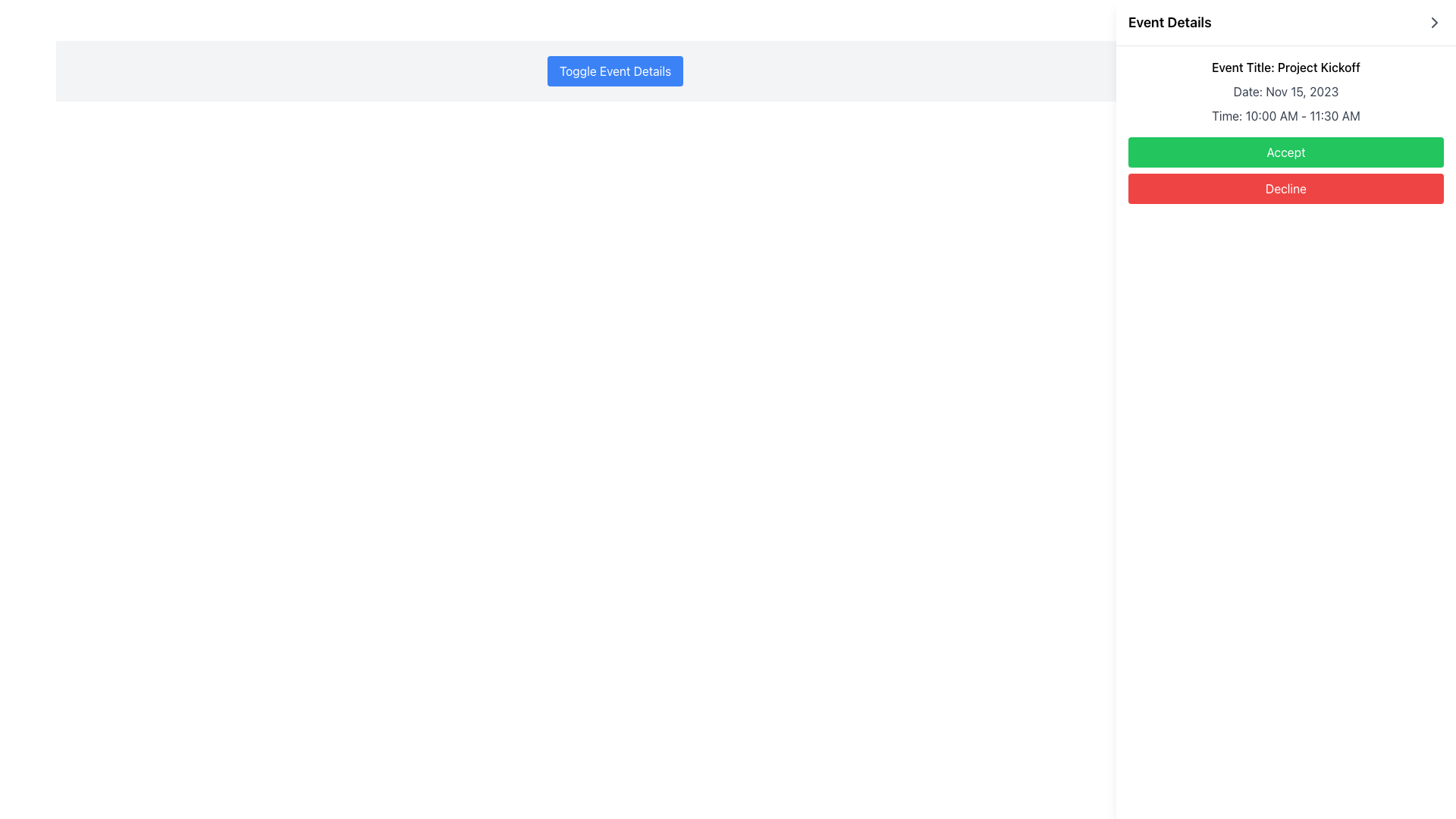  Describe the element at coordinates (1285, 115) in the screenshot. I see `the Text label that indicates the time duration of the event, which displays '10:00 AM to 11:30 AM', located under the 'Event Details' section above the 'Accept' and 'Decline' buttons` at that location.